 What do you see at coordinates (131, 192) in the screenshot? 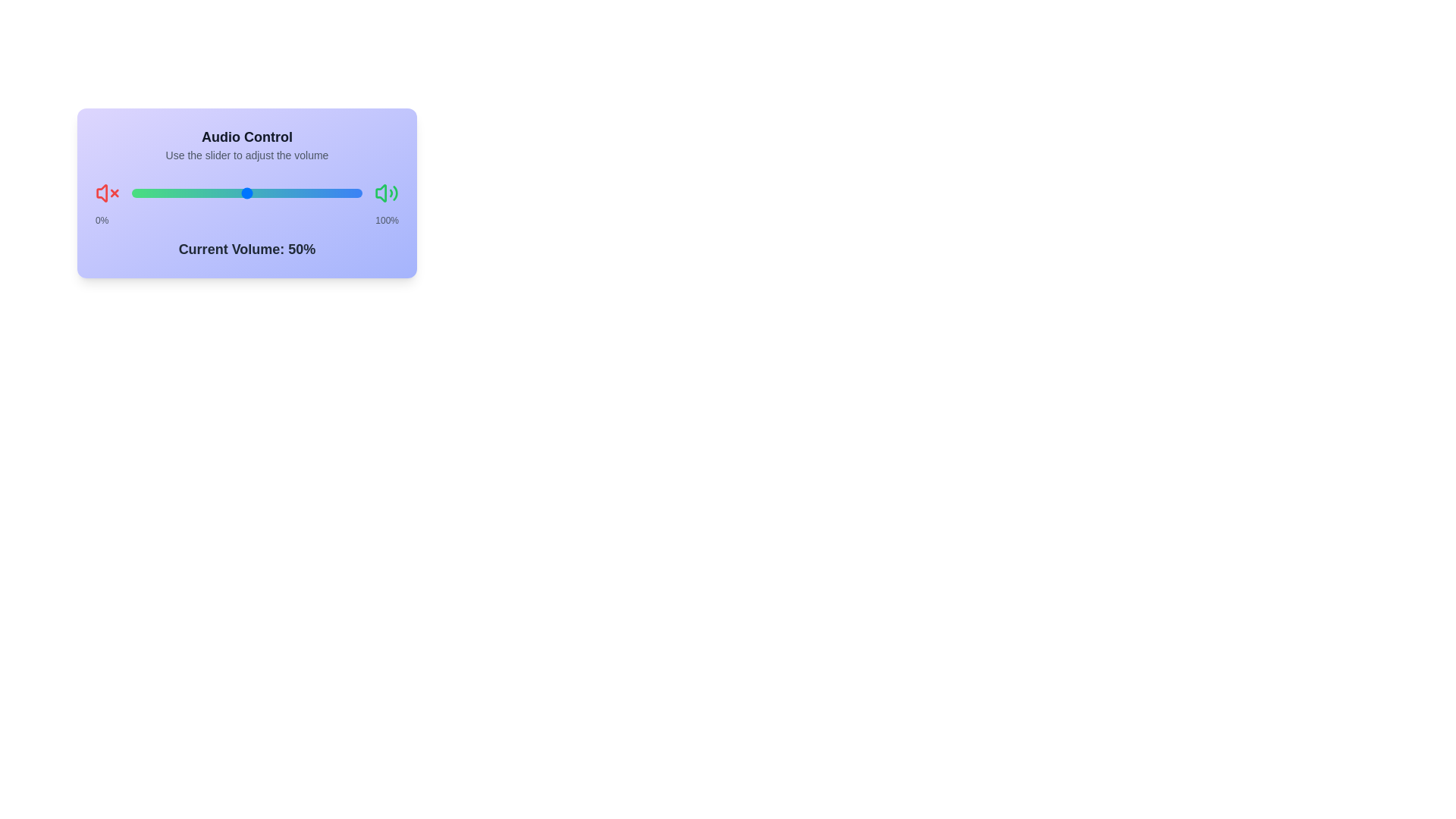
I see `the slider to set the volume to 56%` at bounding box center [131, 192].